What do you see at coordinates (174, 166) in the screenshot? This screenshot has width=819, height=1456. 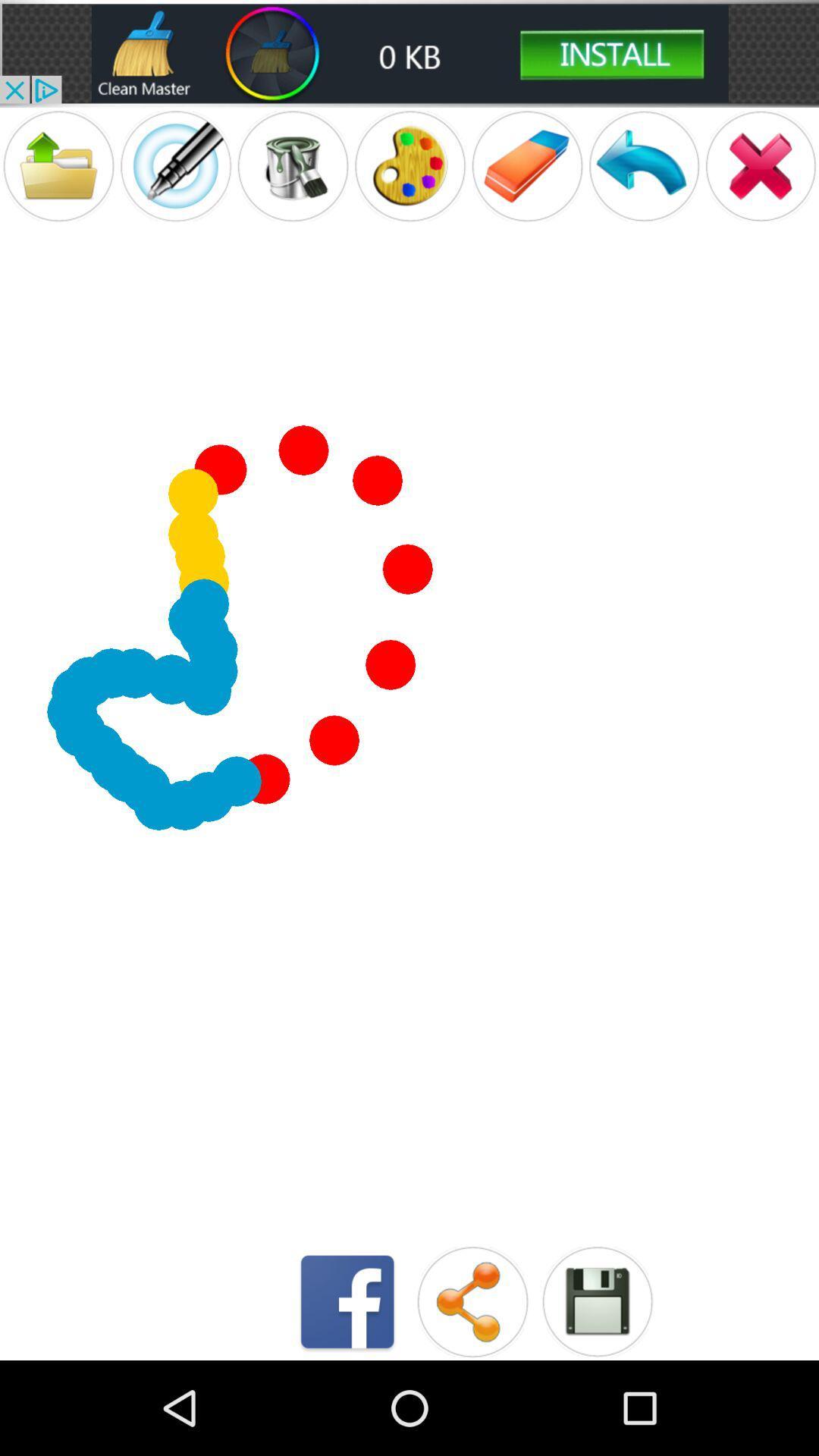 I see `pencil to paint` at bounding box center [174, 166].